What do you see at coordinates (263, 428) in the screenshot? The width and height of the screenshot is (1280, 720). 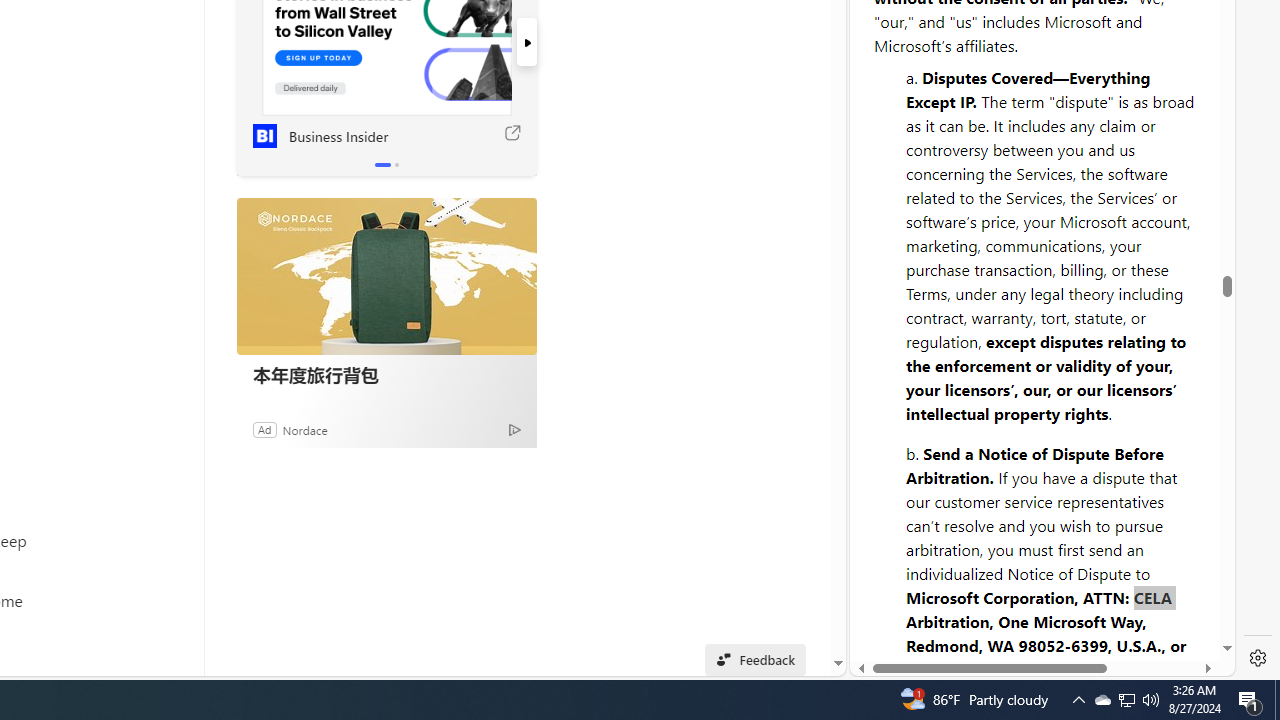 I see `'Ad'` at bounding box center [263, 428].